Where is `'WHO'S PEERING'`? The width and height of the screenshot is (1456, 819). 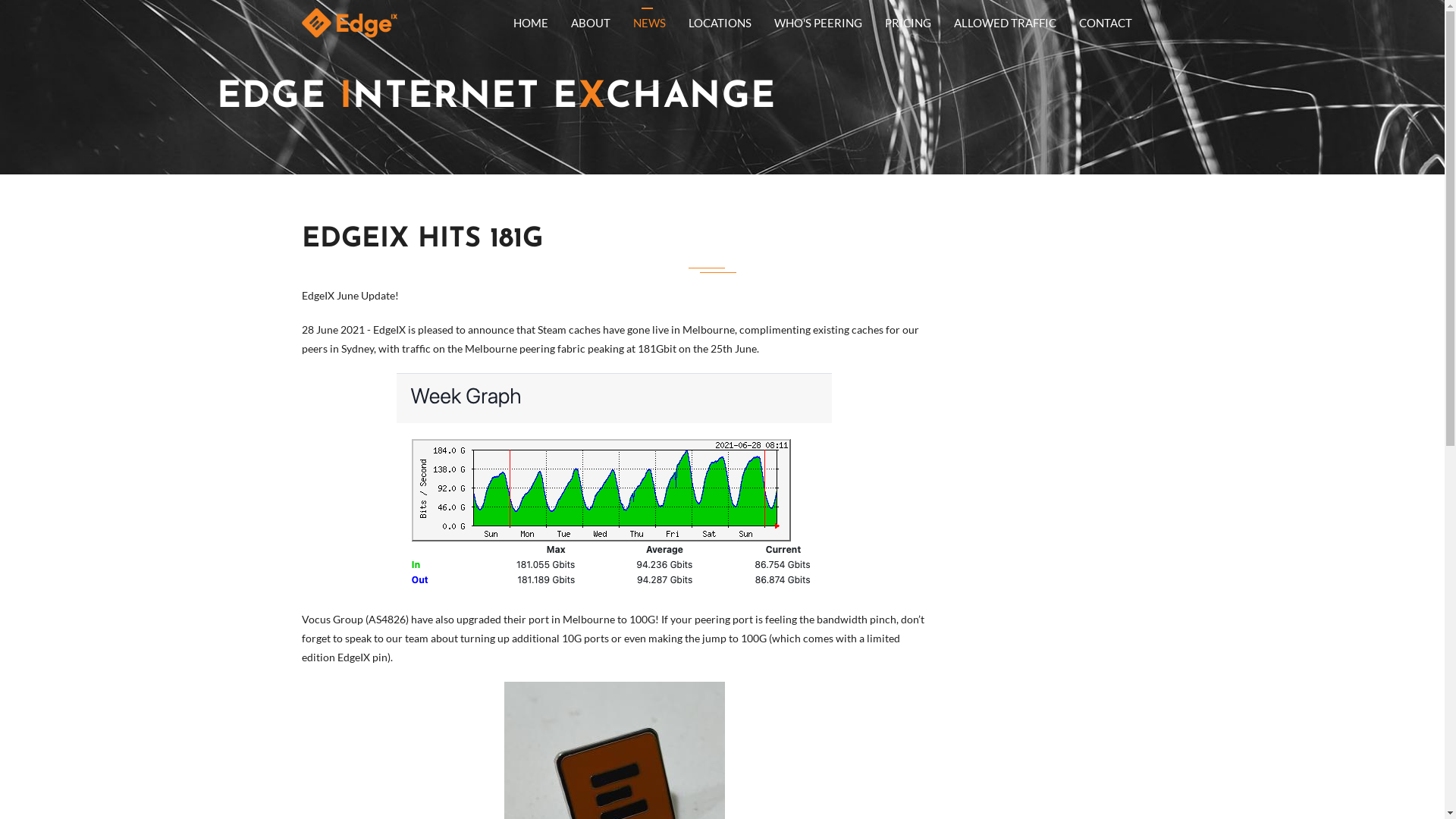 'WHO'S PEERING' is located at coordinates (817, 23).